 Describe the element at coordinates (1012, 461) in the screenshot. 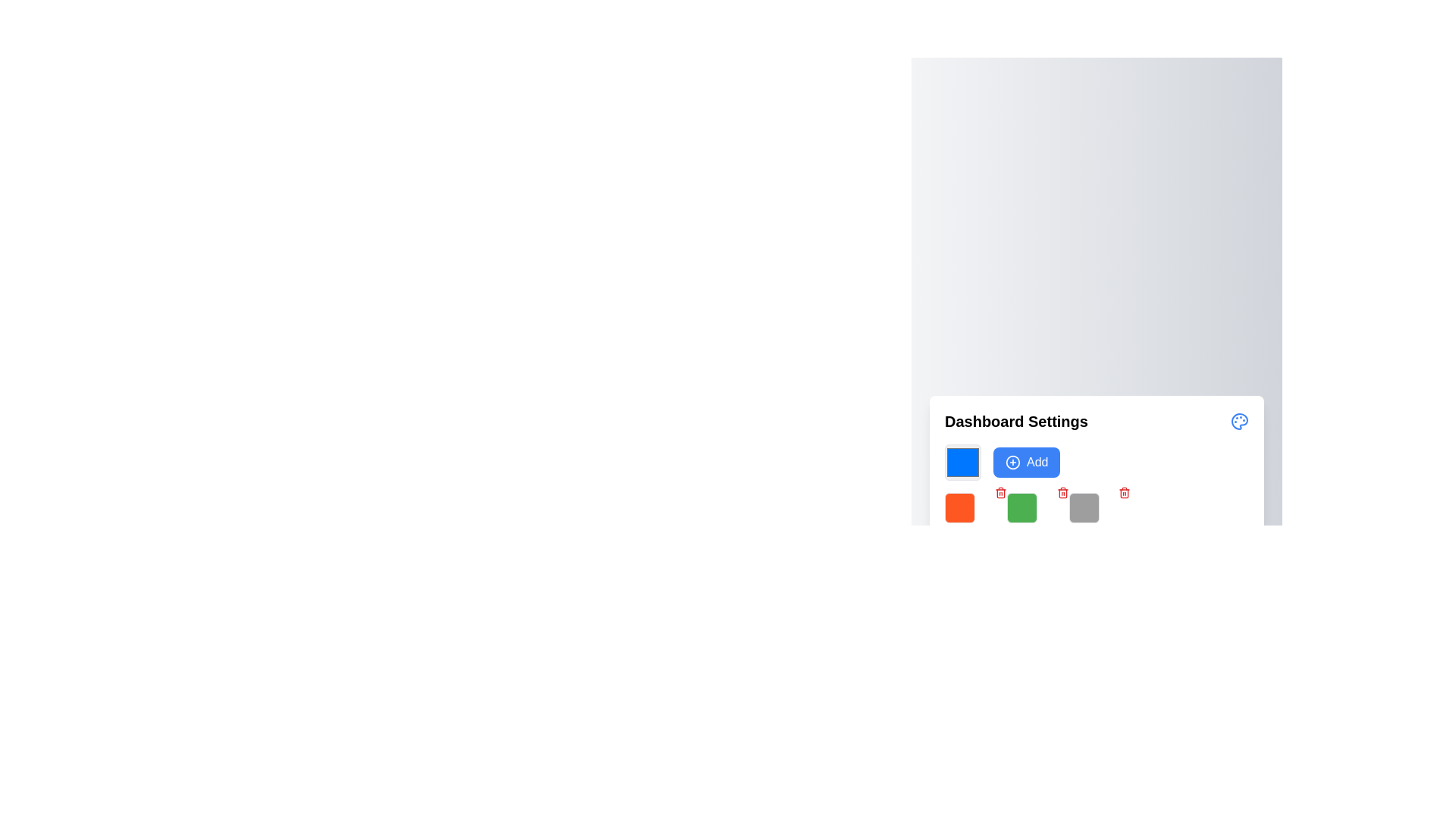

I see `the circular graphical element that represents the clickable 'Add' action on the blue 'Add' button in the Dashboard Settings panel` at that location.